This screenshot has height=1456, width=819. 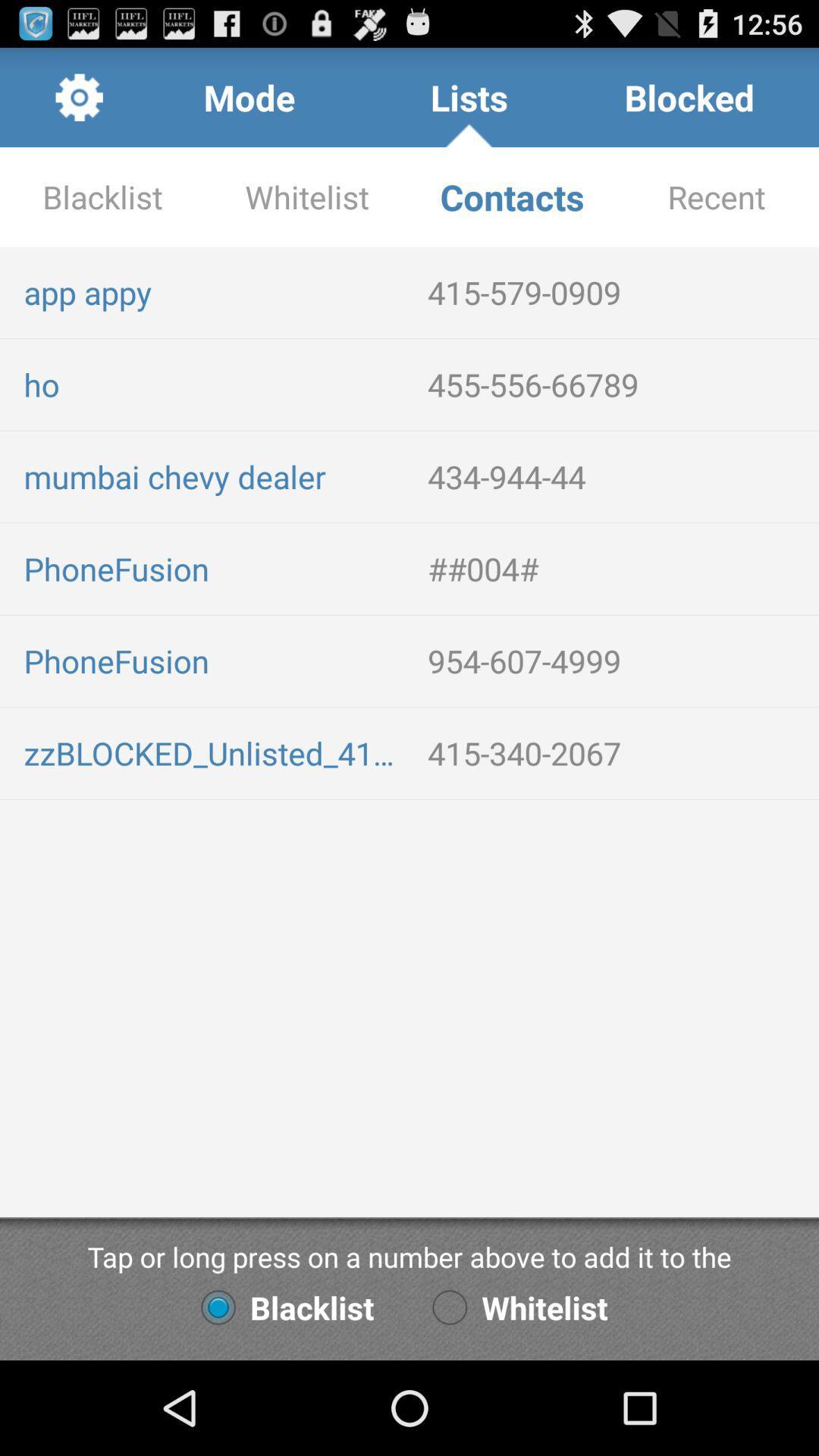 I want to click on icon next to lists, so click(x=689, y=96).